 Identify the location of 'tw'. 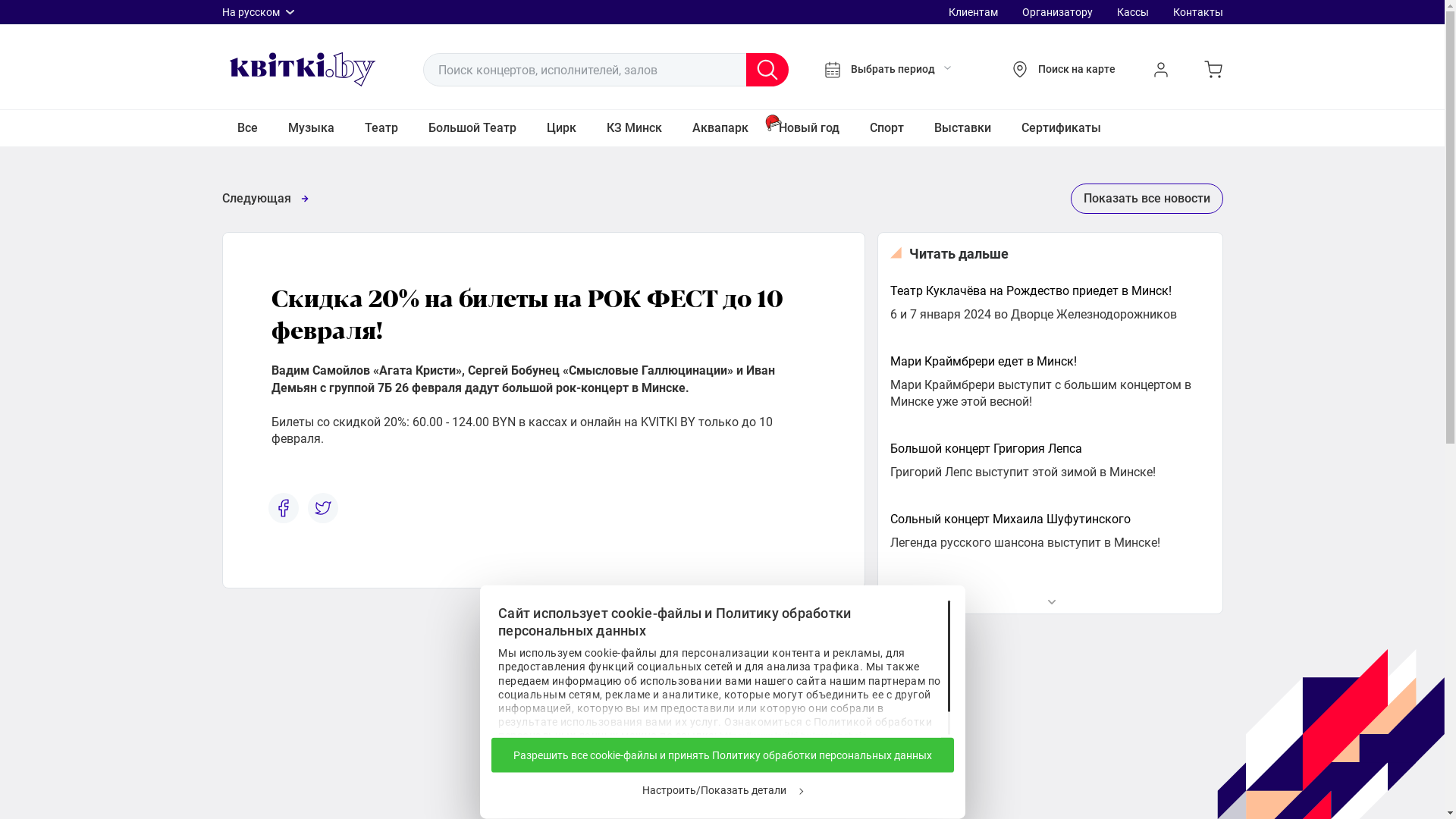
(322, 508).